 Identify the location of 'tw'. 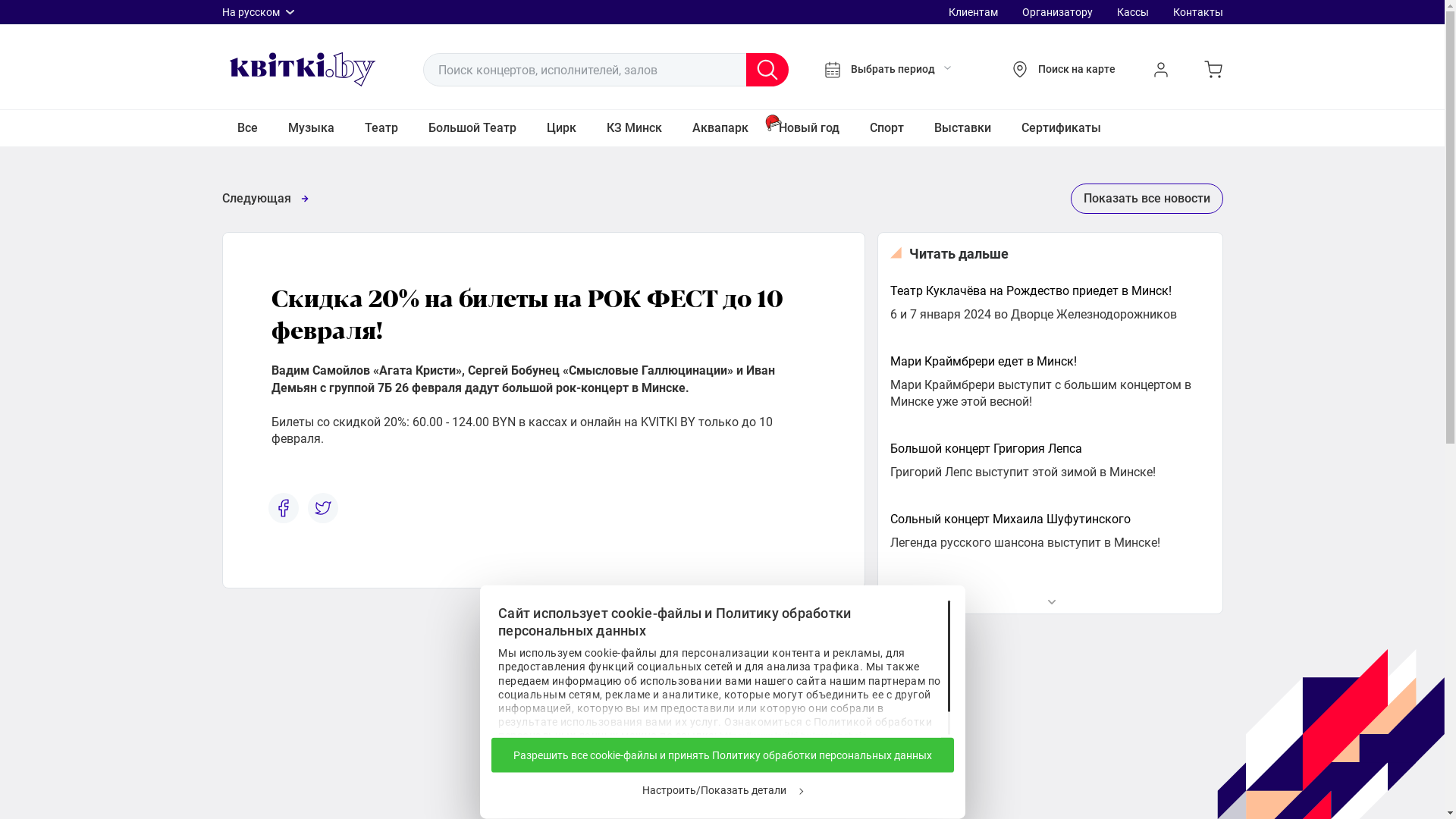
(322, 508).